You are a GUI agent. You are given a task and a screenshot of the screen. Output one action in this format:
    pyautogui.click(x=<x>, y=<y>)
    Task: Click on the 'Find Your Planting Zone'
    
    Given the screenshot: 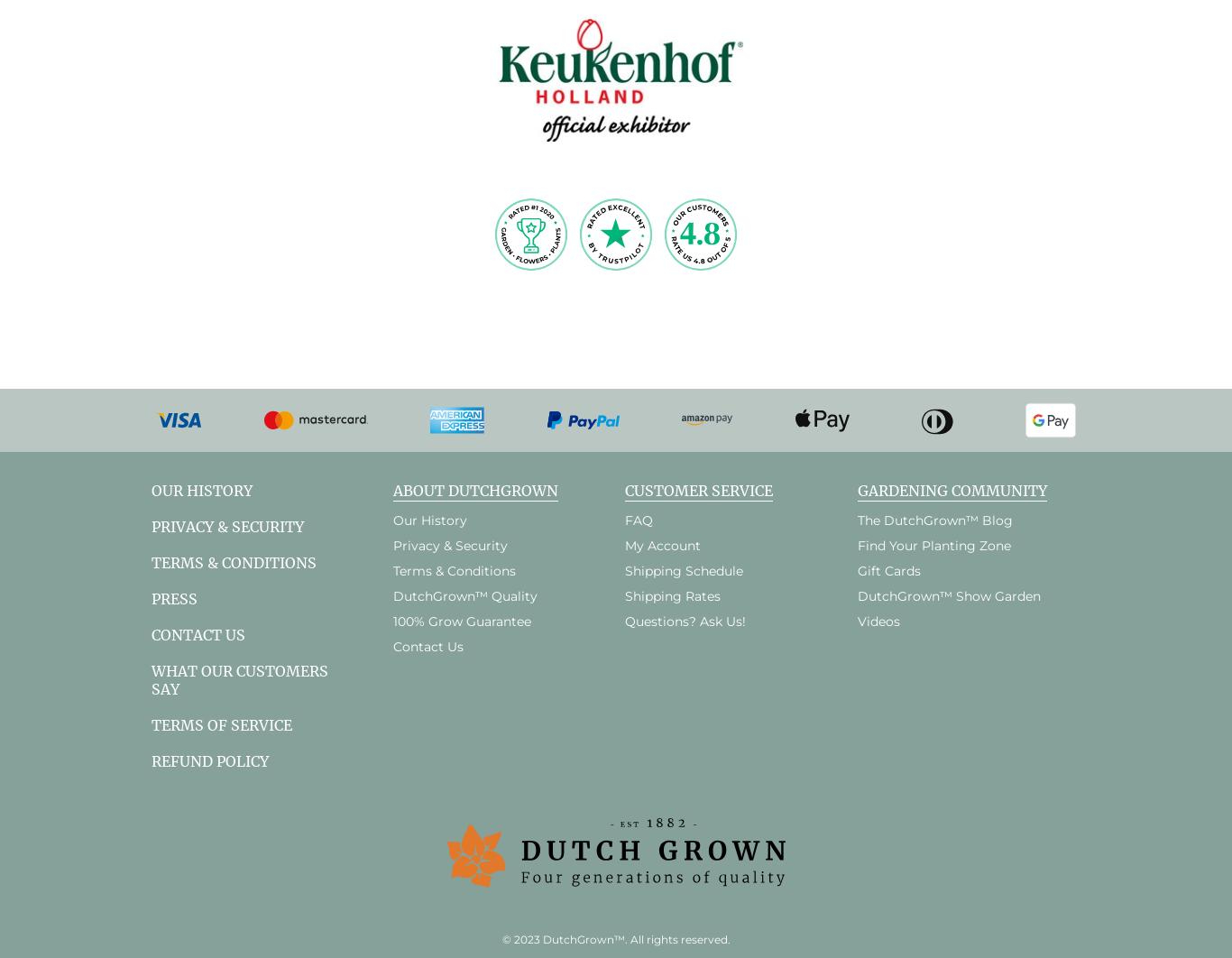 What is the action you would take?
    pyautogui.click(x=933, y=544)
    